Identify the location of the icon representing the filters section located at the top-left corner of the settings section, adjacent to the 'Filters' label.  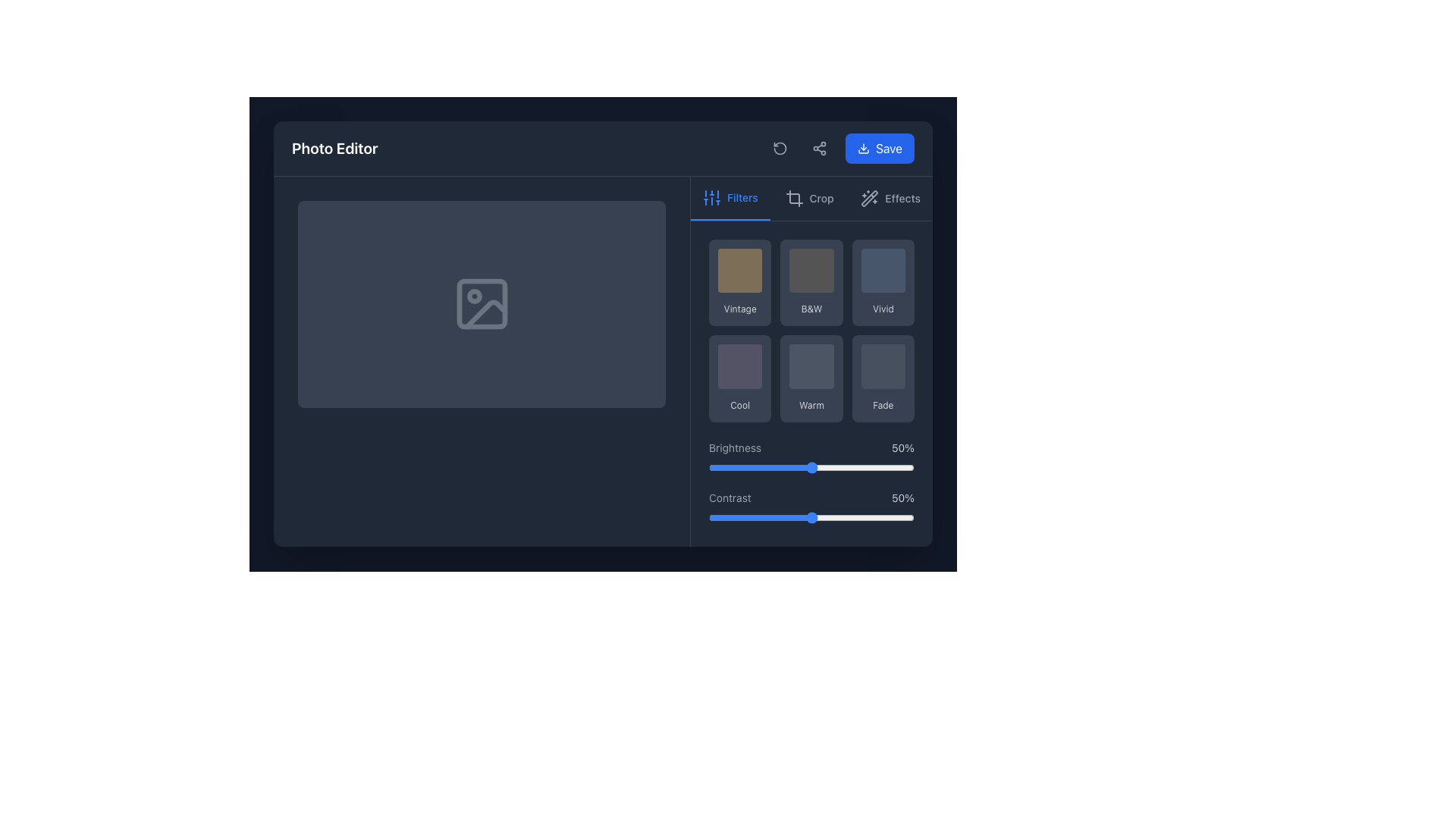
(711, 197).